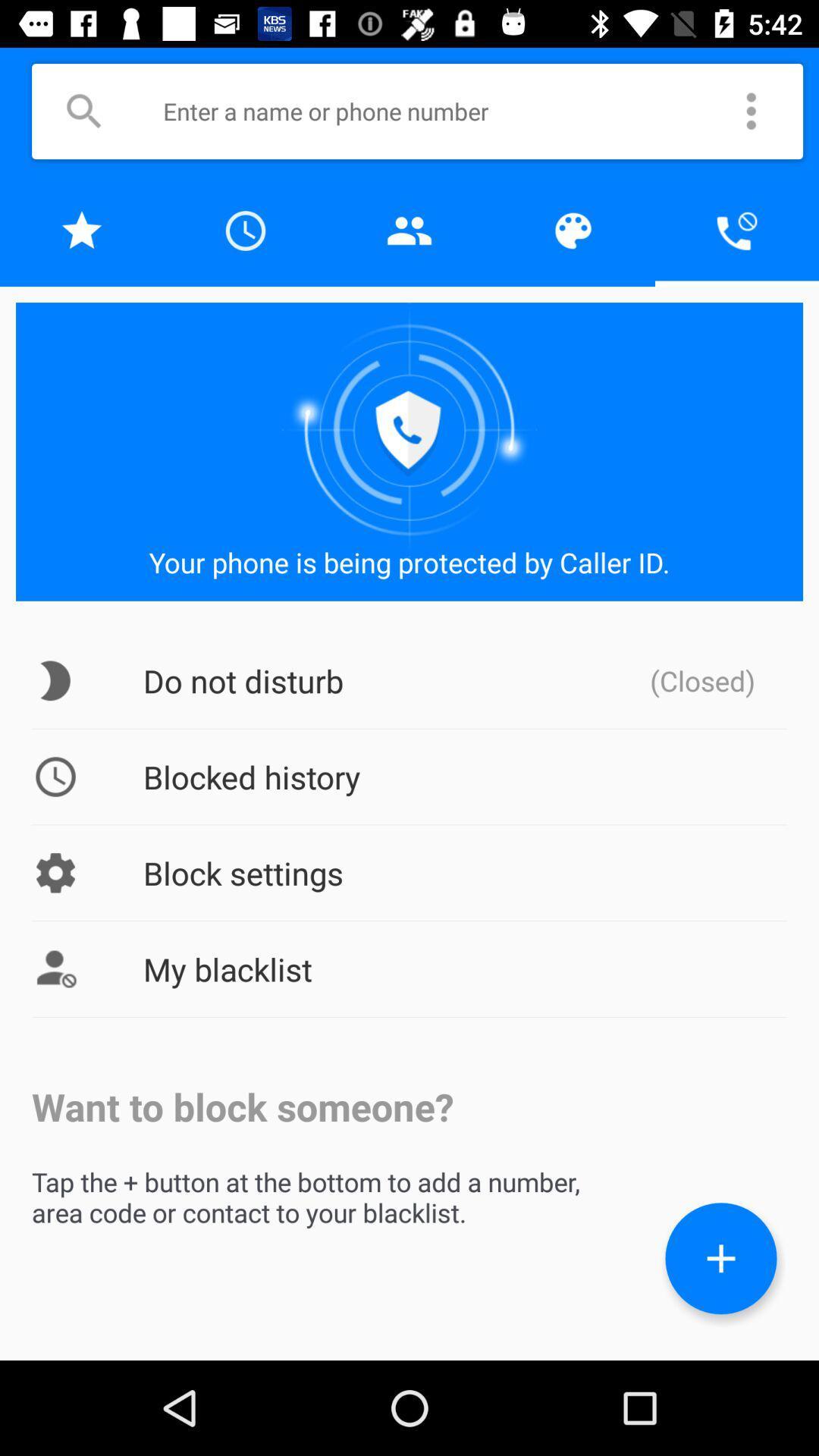 The width and height of the screenshot is (819, 1456). Describe the element at coordinates (720, 1258) in the screenshot. I see `the add icon` at that location.